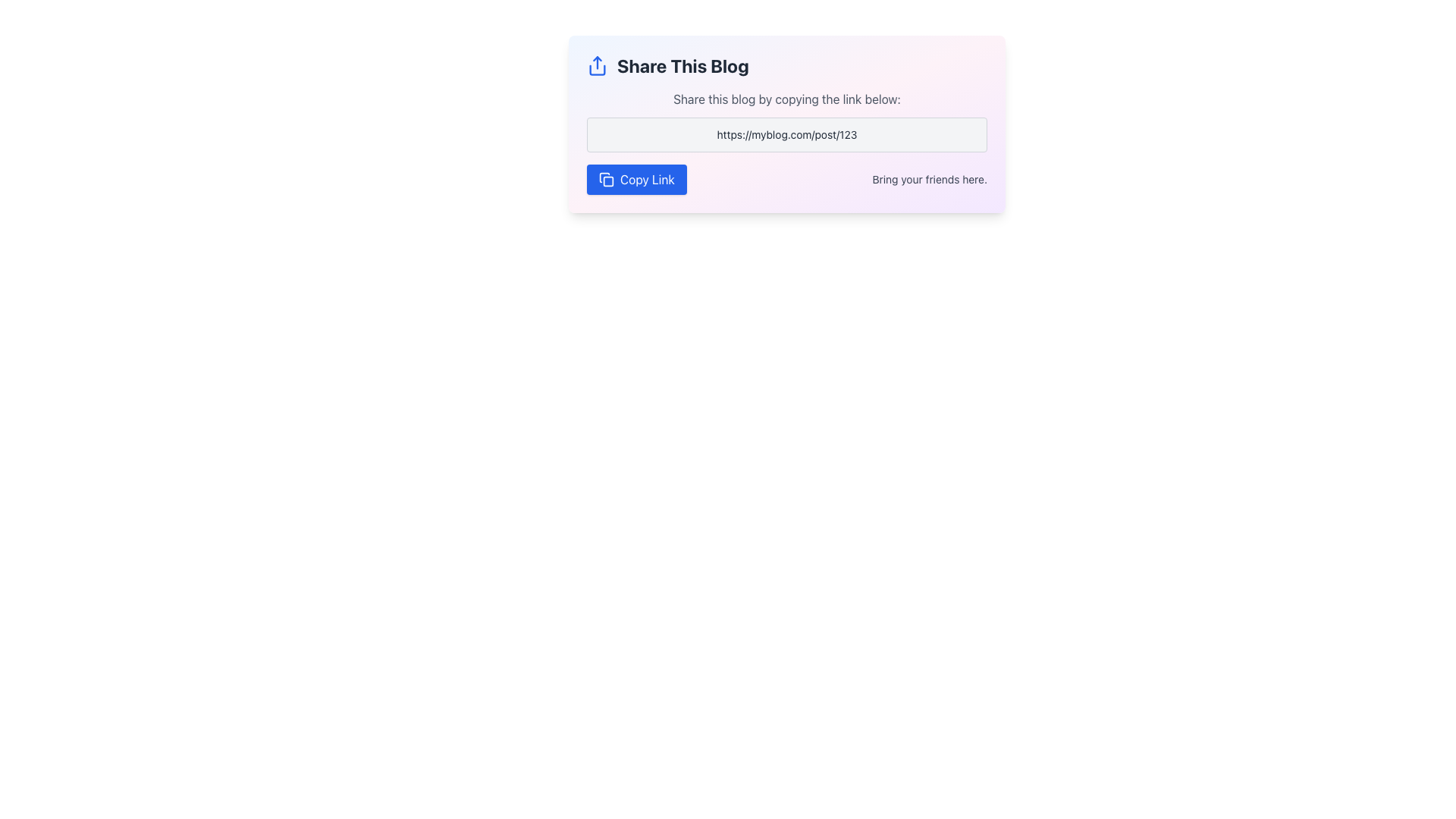 The width and height of the screenshot is (1456, 819). I want to click on the SVG icon within the 'Copy Link' button, which is styled with a solid blue background and white text, located on the left side of the button, so click(604, 177).